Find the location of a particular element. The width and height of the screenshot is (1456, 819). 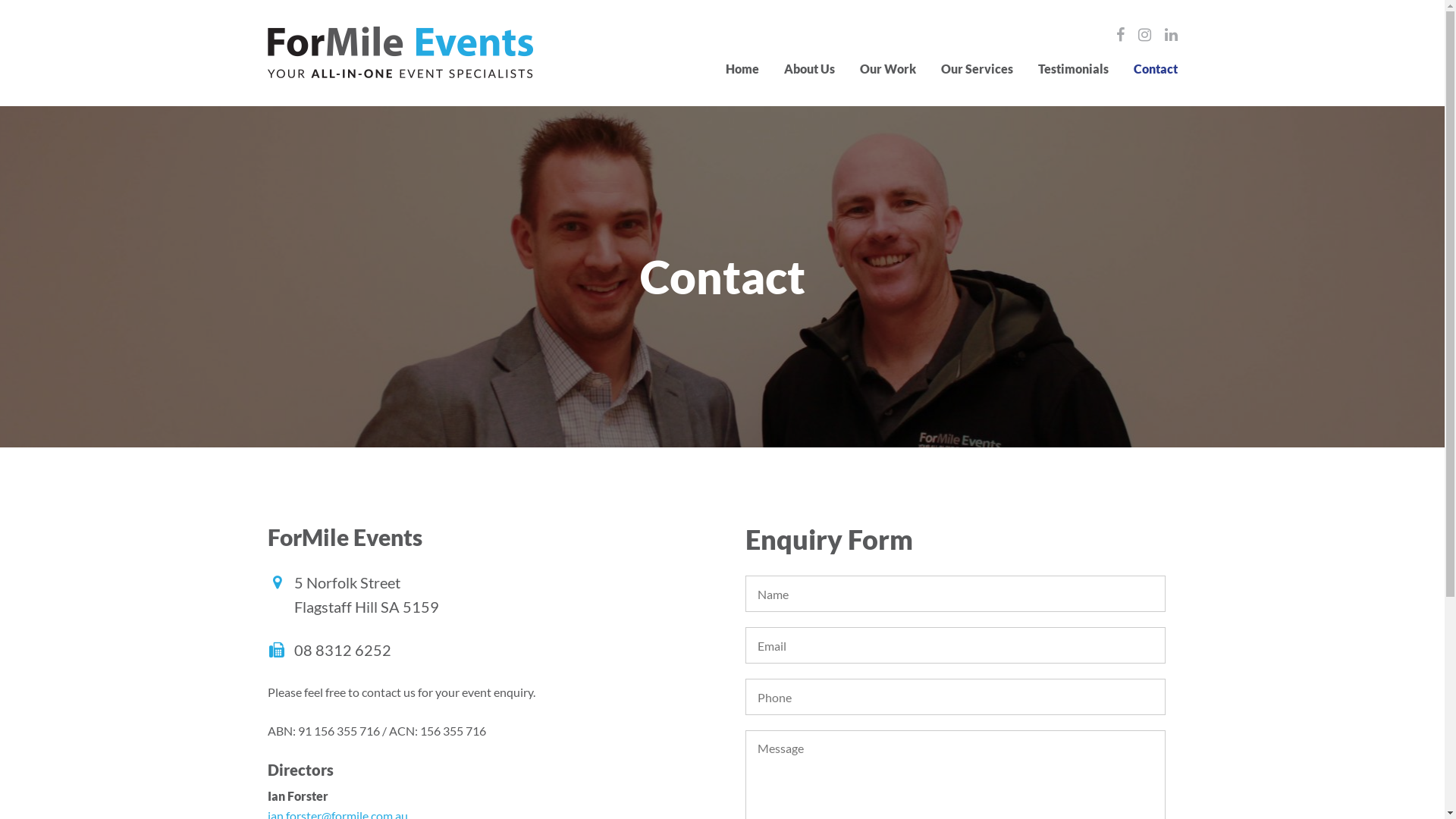

'Our Services' is located at coordinates (976, 68).